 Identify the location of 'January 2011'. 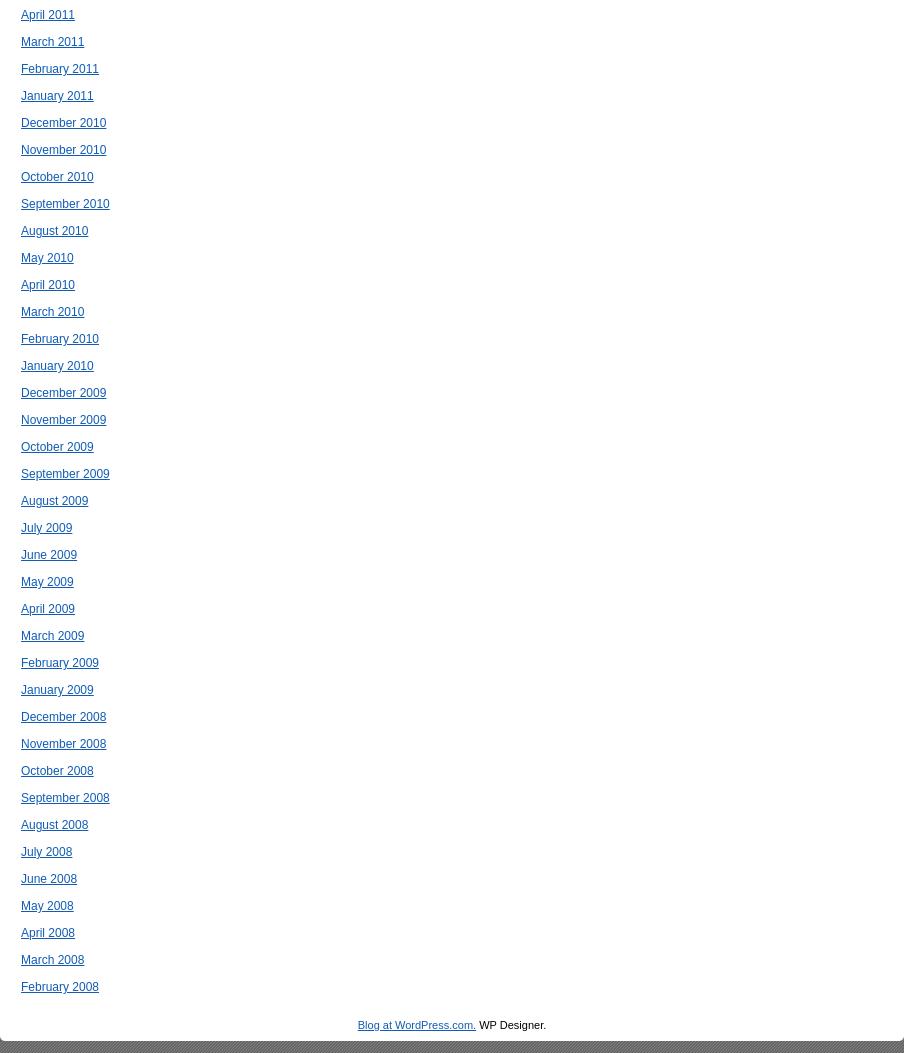
(56, 96).